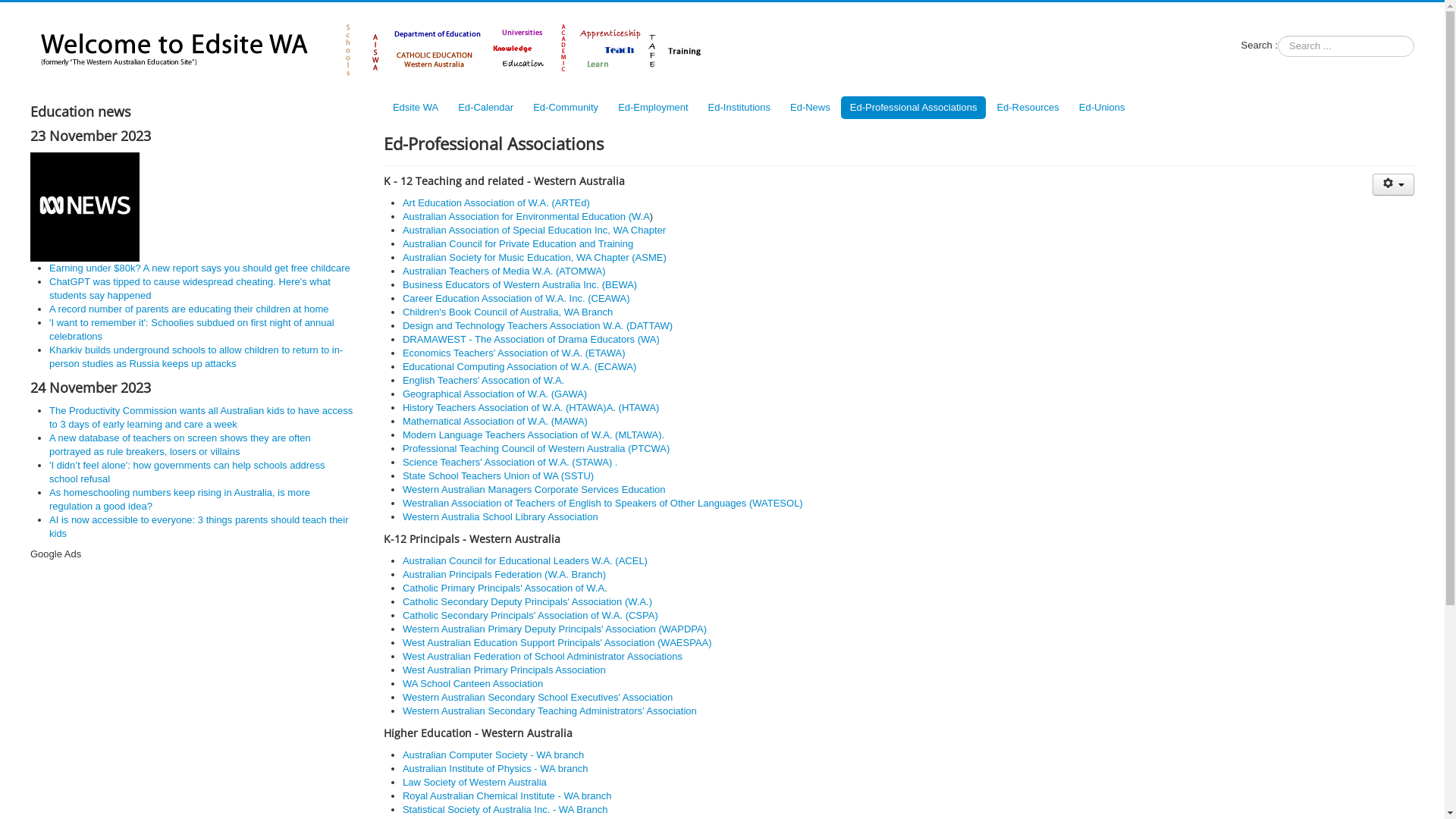  What do you see at coordinates (403, 311) in the screenshot?
I see `'Children's Book Council of Australia, WA Branch'` at bounding box center [403, 311].